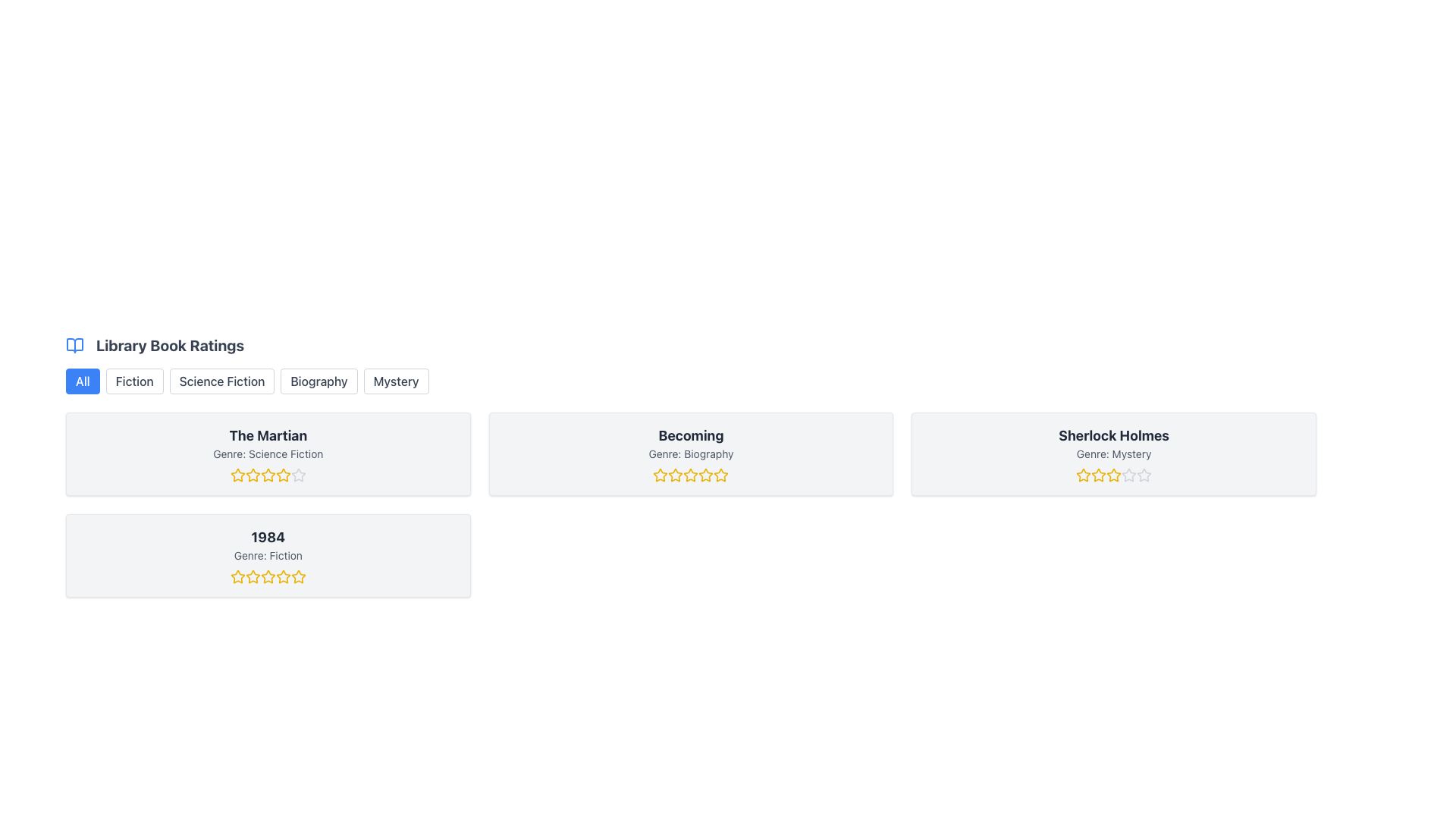  What do you see at coordinates (283, 576) in the screenshot?
I see `the fourth yellow star icon with a hollow center and black outlines, located under the '1984' book card in the rating system` at bounding box center [283, 576].